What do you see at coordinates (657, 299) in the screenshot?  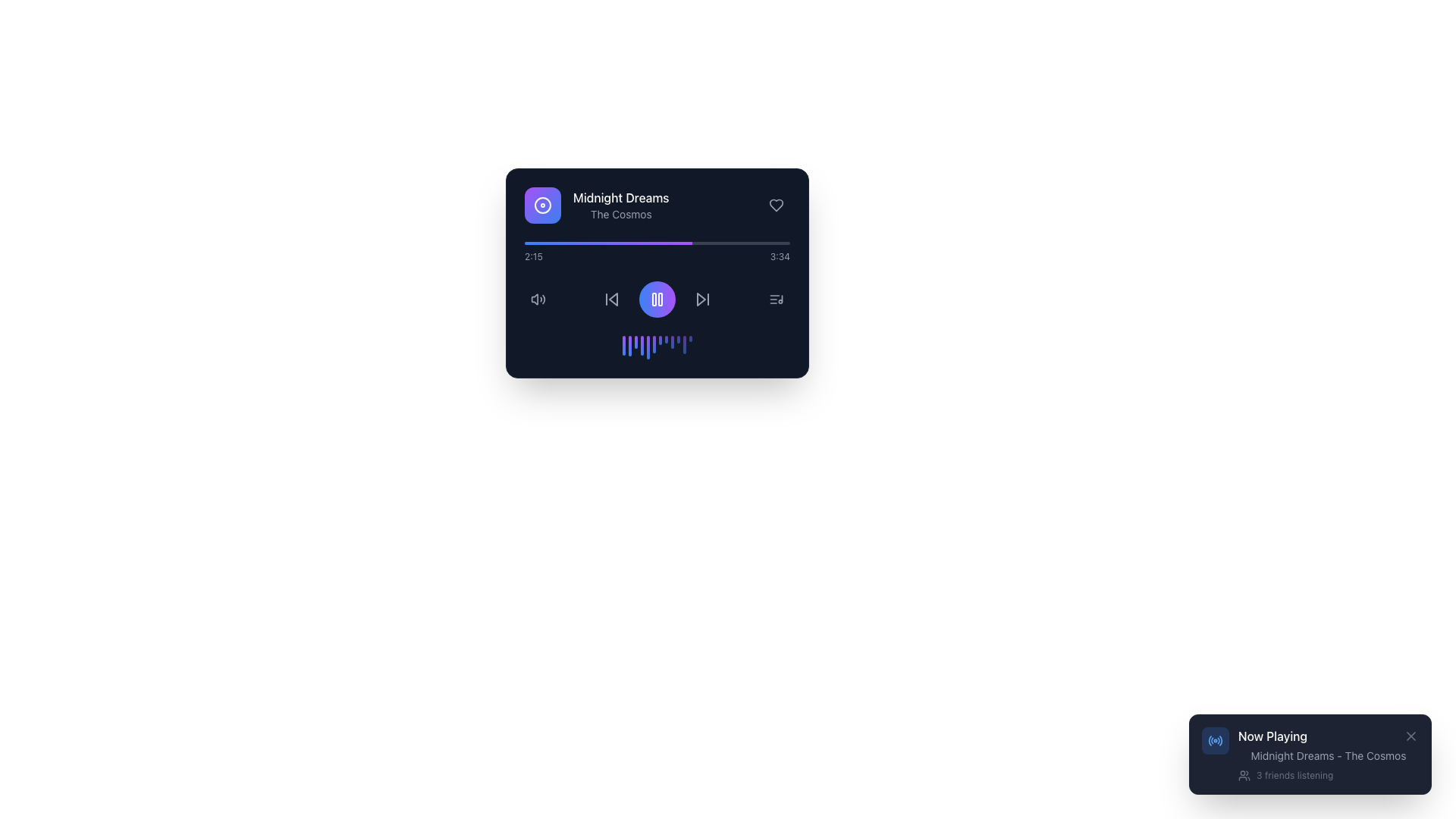 I see `the pause icon button, which is a circular, gradient-filled button located at the bottom middle of the music player interface, featuring a white pause icon styled as two vertical bars` at bounding box center [657, 299].